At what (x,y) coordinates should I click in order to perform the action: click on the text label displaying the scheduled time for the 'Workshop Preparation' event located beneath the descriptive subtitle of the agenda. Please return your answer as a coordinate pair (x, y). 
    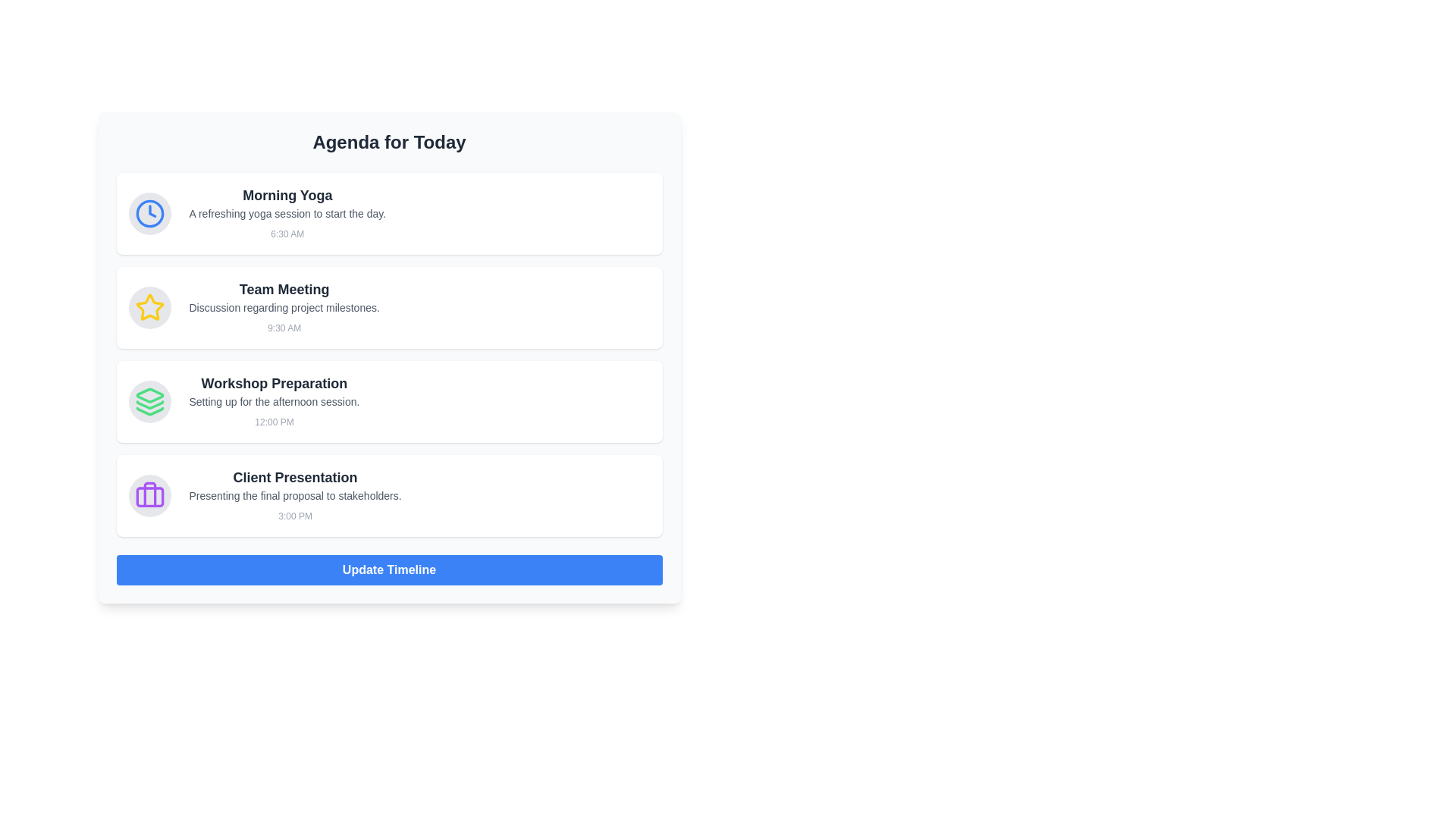
    Looking at the image, I should click on (274, 422).